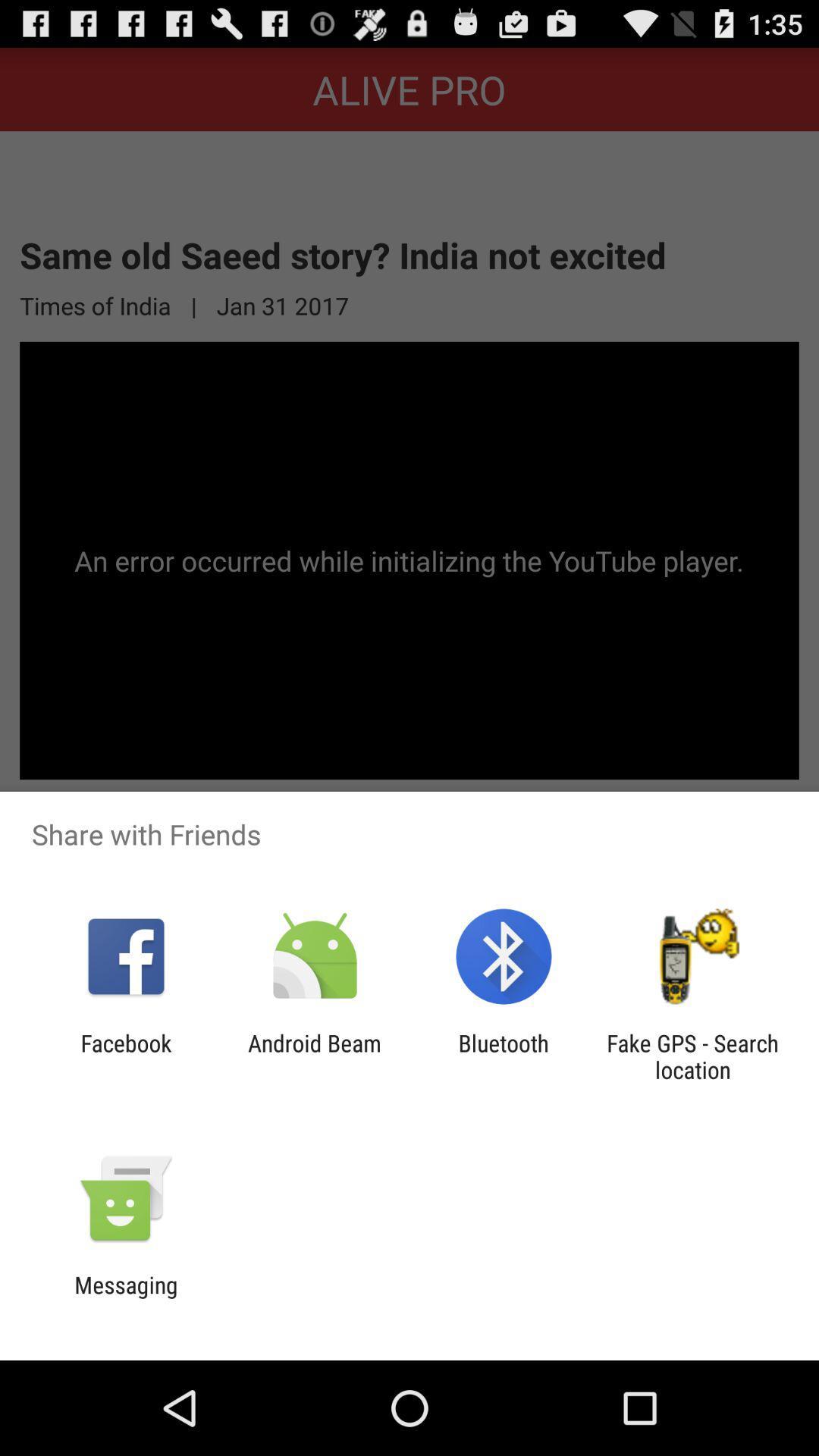  I want to click on the bluetooth icon, so click(504, 1056).